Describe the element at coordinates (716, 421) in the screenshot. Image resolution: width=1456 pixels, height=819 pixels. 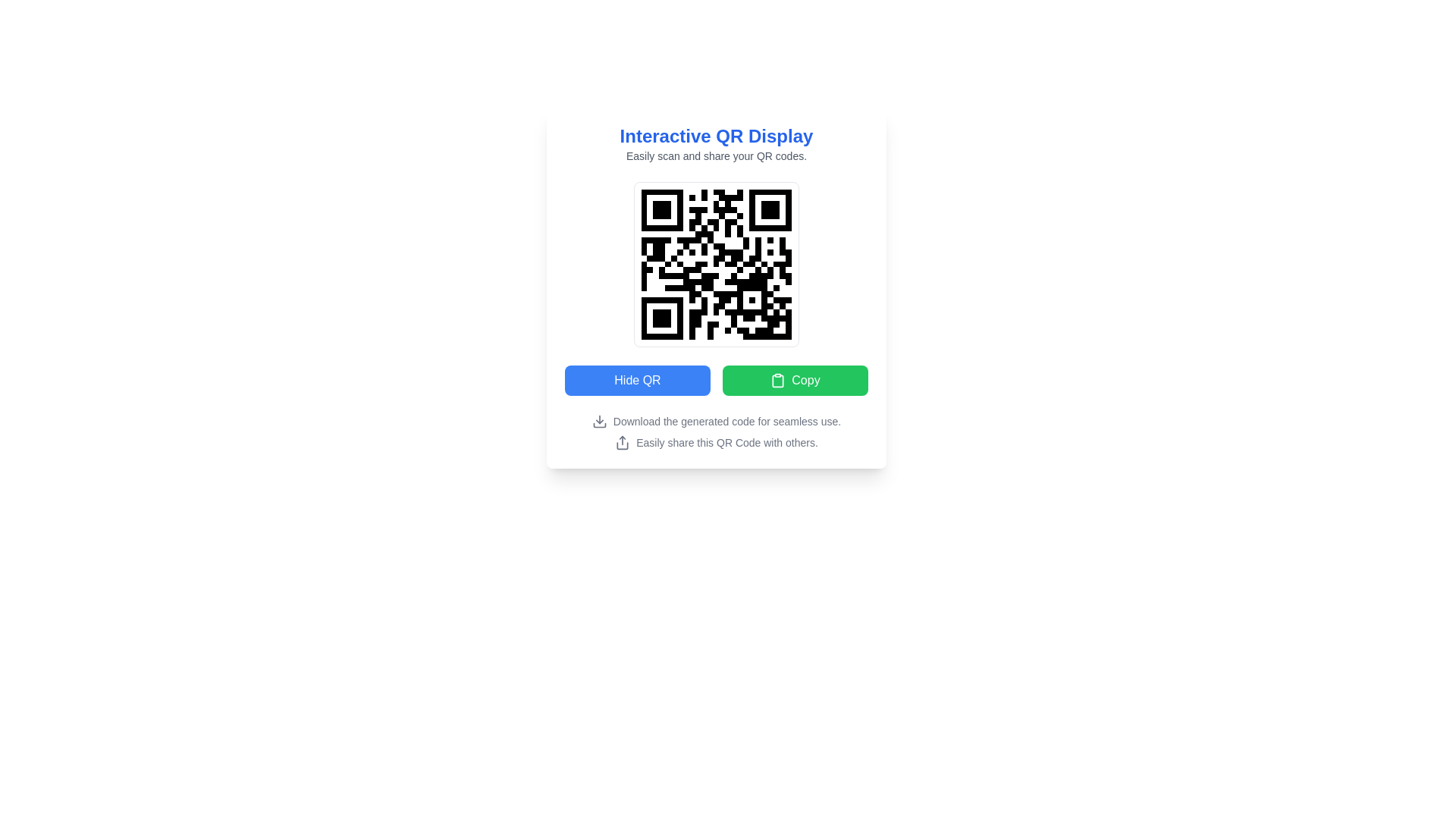
I see `the descriptive text element that suggests downloading generated content, located above the text 'Easily share this QR Code with others.'` at that location.